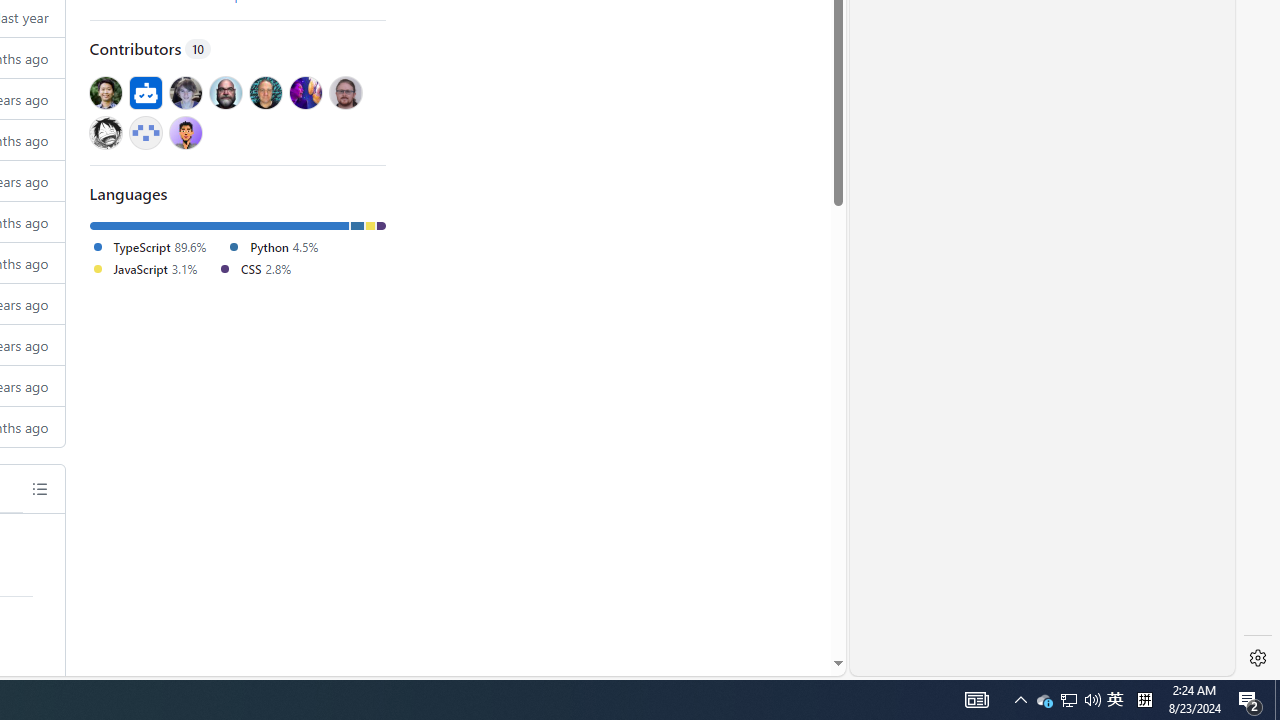 This screenshot has width=1280, height=720. I want to click on '@dependabot[bot]', so click(144, 92).